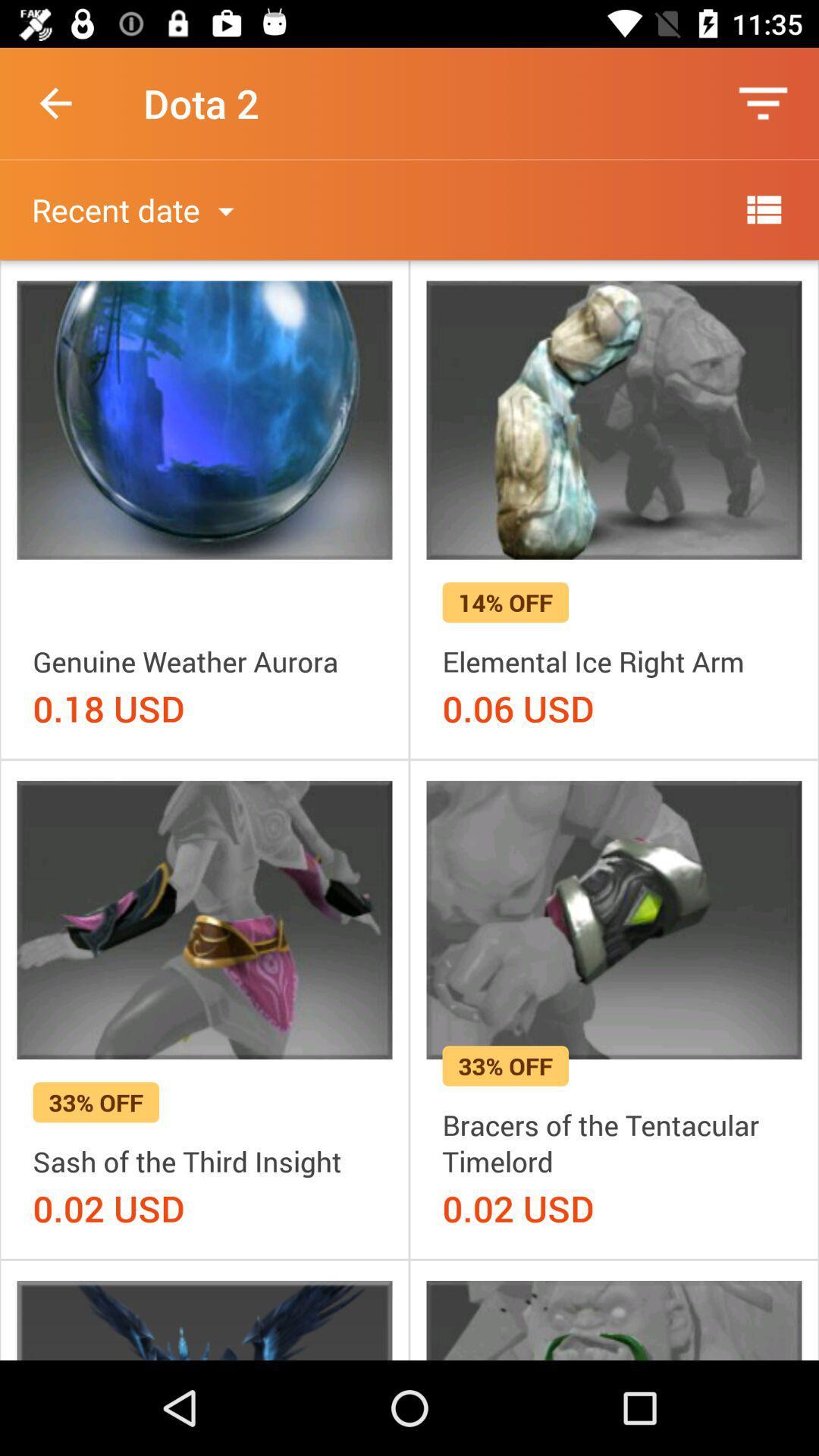 This screenshot has height=1456, width=819. I want to click on categories, so click(763, 209).